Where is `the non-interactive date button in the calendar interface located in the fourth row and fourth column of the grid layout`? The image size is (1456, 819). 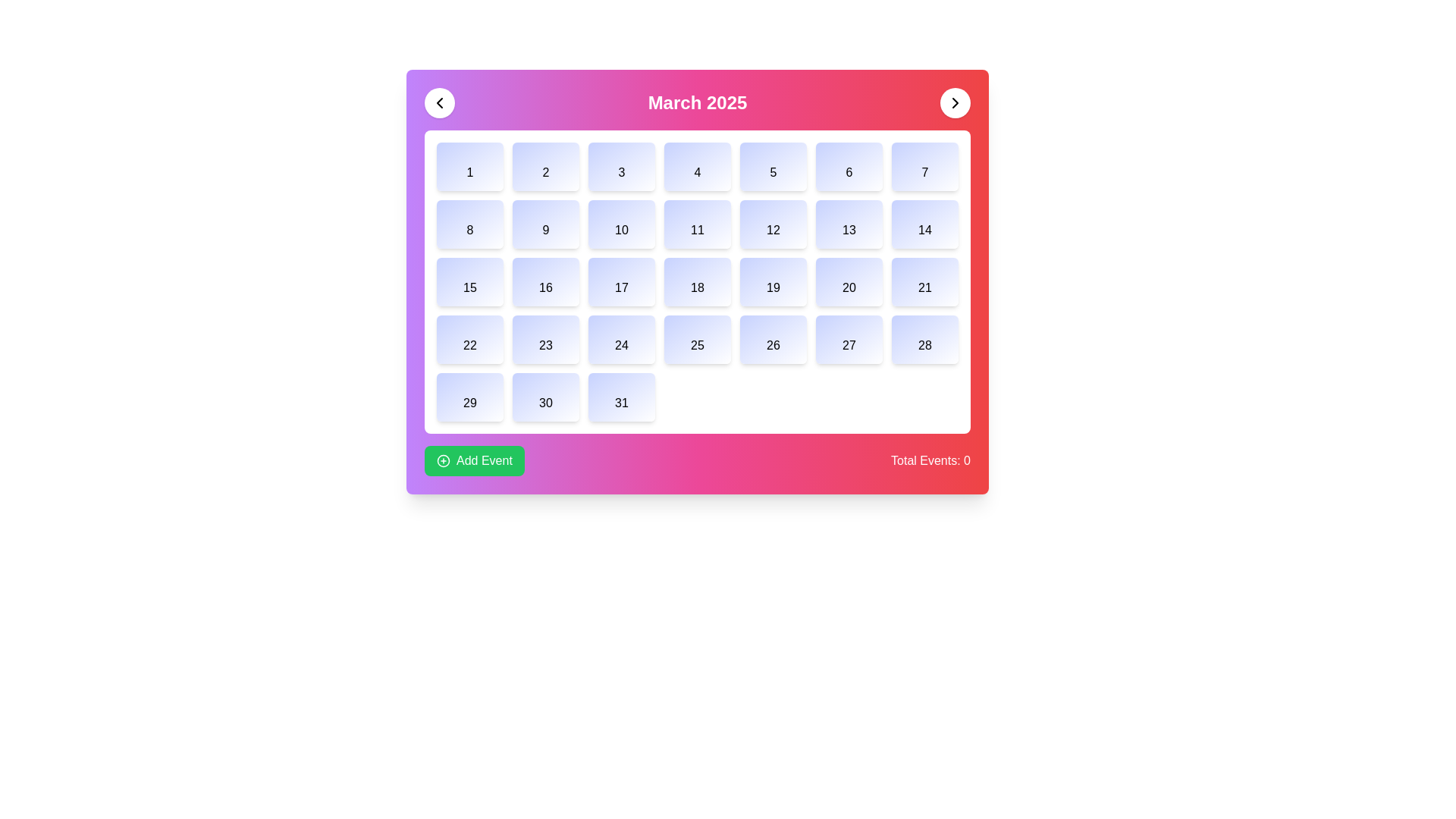 the non-interactive date button in the calendar interface located in the fourth row and fourth column of the grid layout is located at coordinates (697, 338).